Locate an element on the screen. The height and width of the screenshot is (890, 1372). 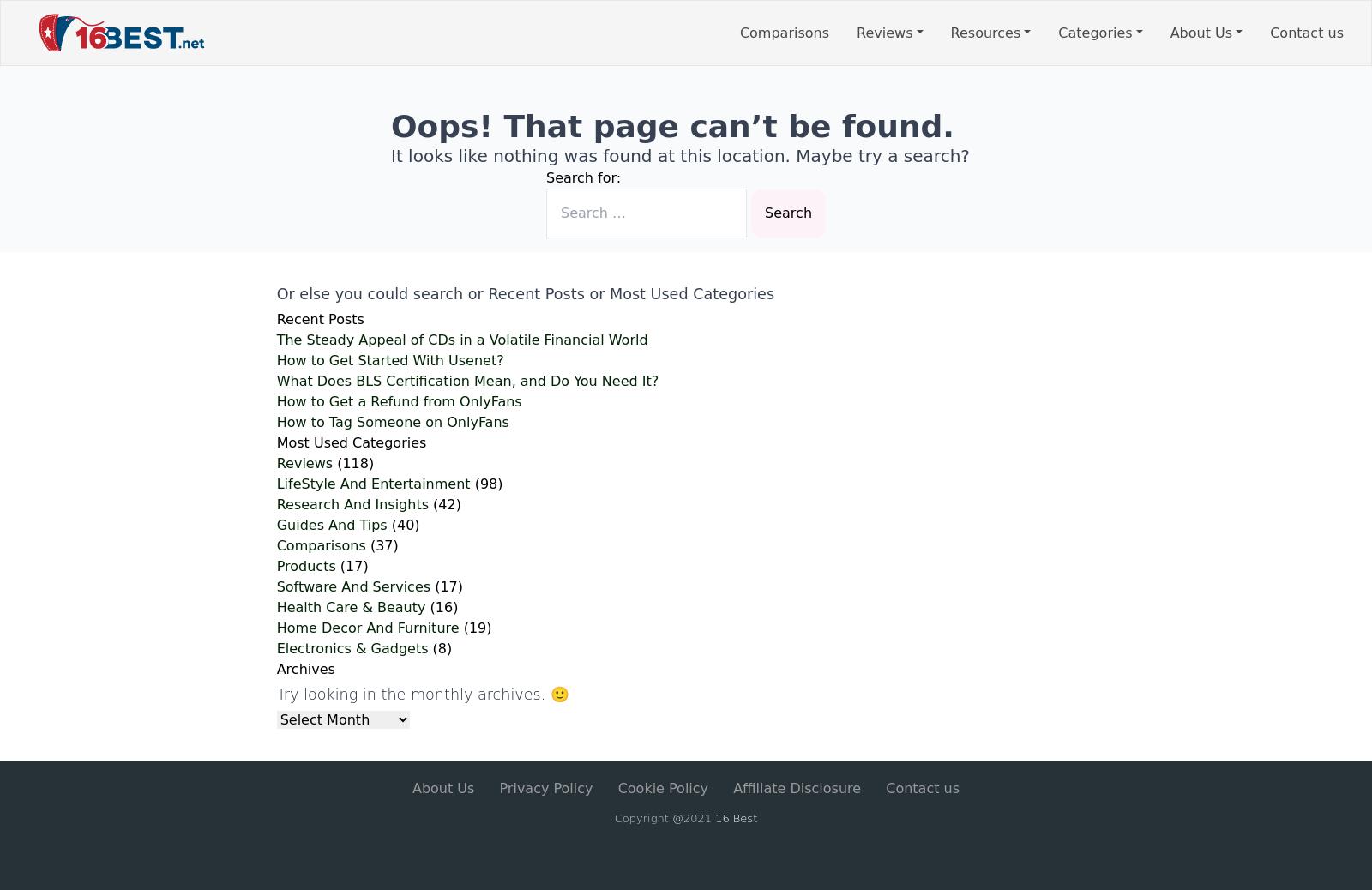
'What Does BLS Certification Mean, and Do You Need It?' is located at coordinates (466, 381).